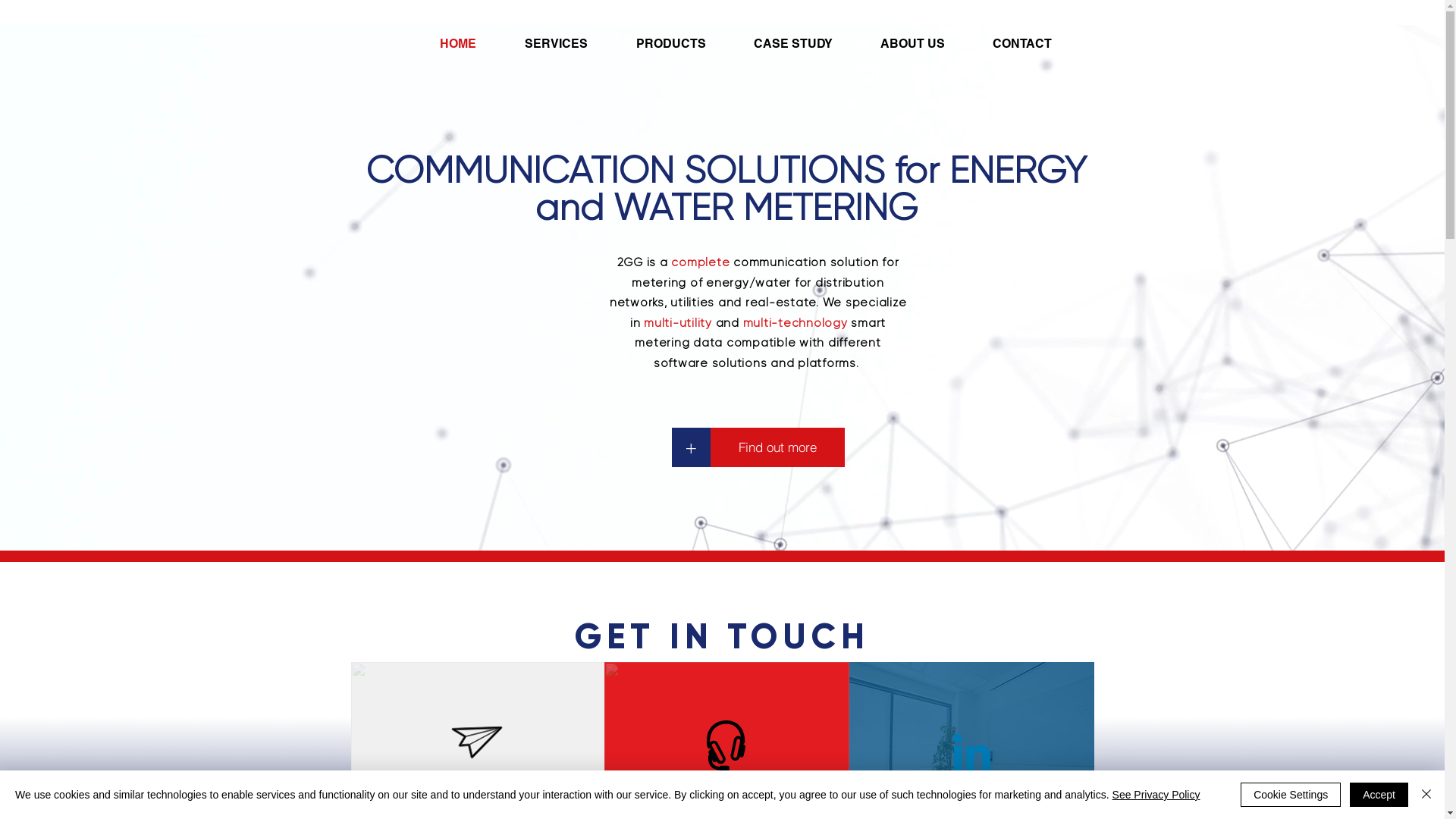 This screenshot has width=1456, height=819. What do you see at coordinates (869, 42) in the screenshot?
I see `'ABOUT US'` at bounding box center [869, 42].